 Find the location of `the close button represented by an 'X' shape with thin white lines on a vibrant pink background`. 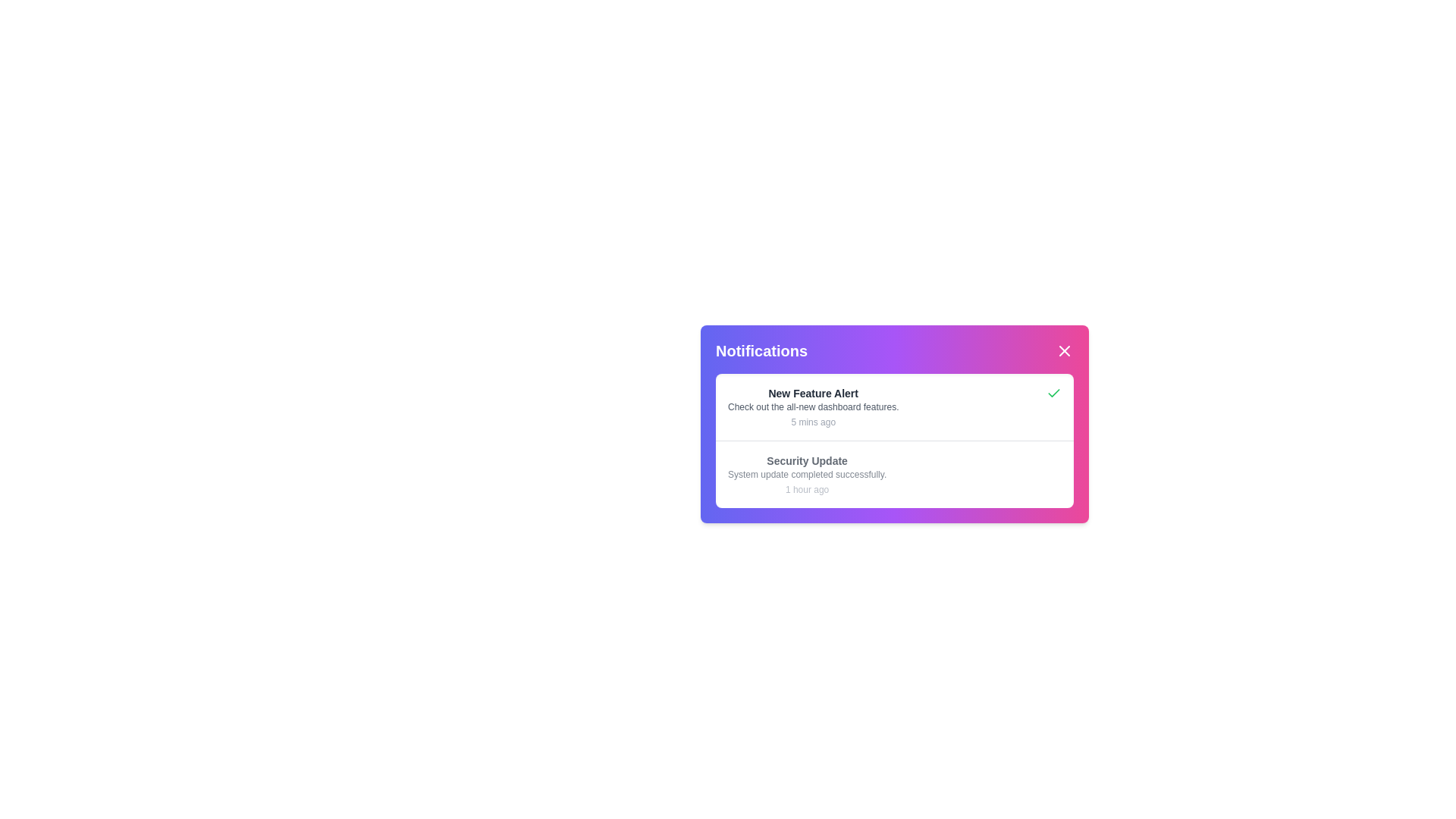

the close button represented by an 'X' shape with thin white lines on a vibrant pink background is located at coordinates (1063, 350).